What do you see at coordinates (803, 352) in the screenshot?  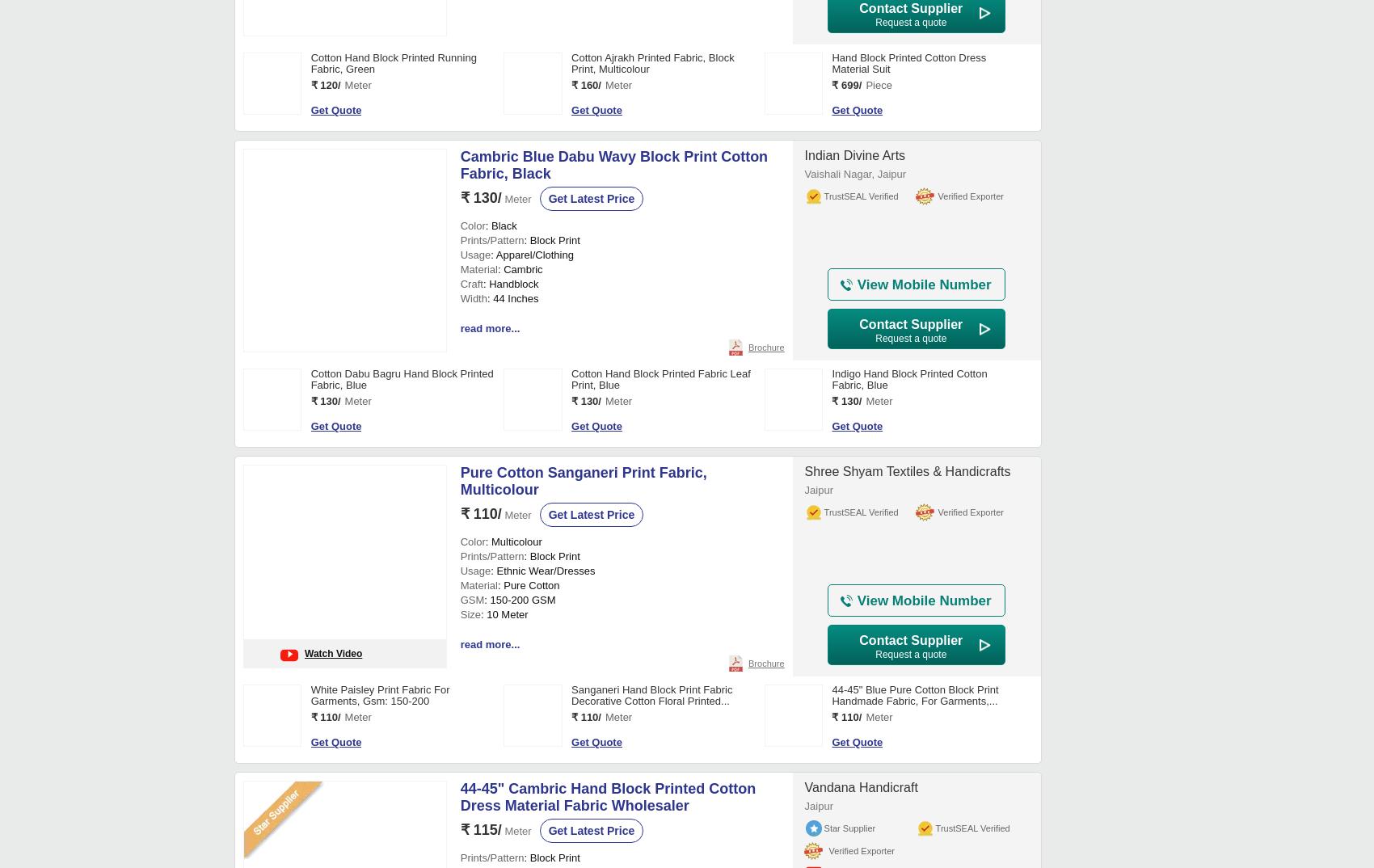 I see `'Bagru, Dist. Jaipur'` at bounding box center [803, 352].